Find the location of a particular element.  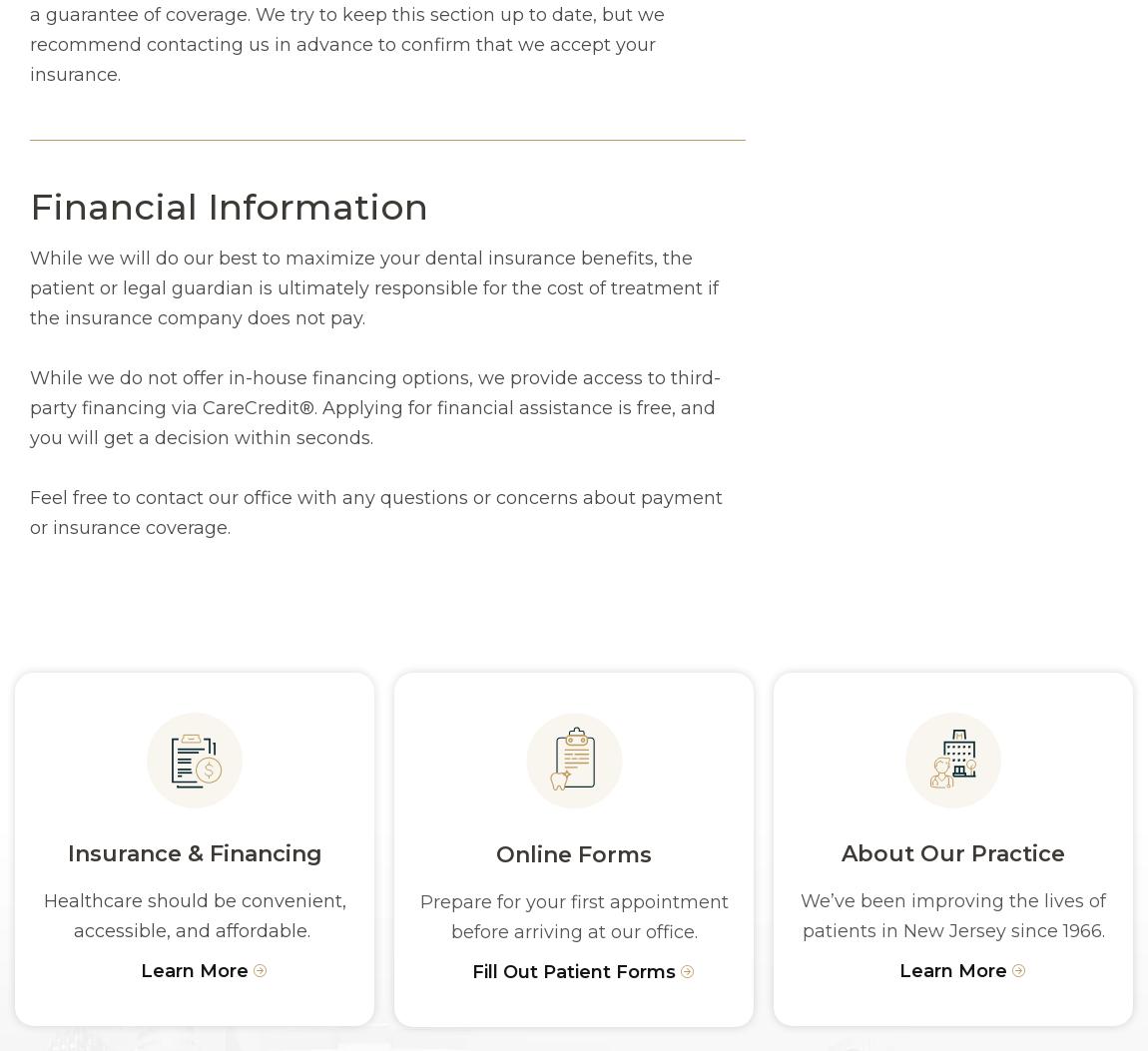

'Online Forms' is located at coordinates (574, 853).